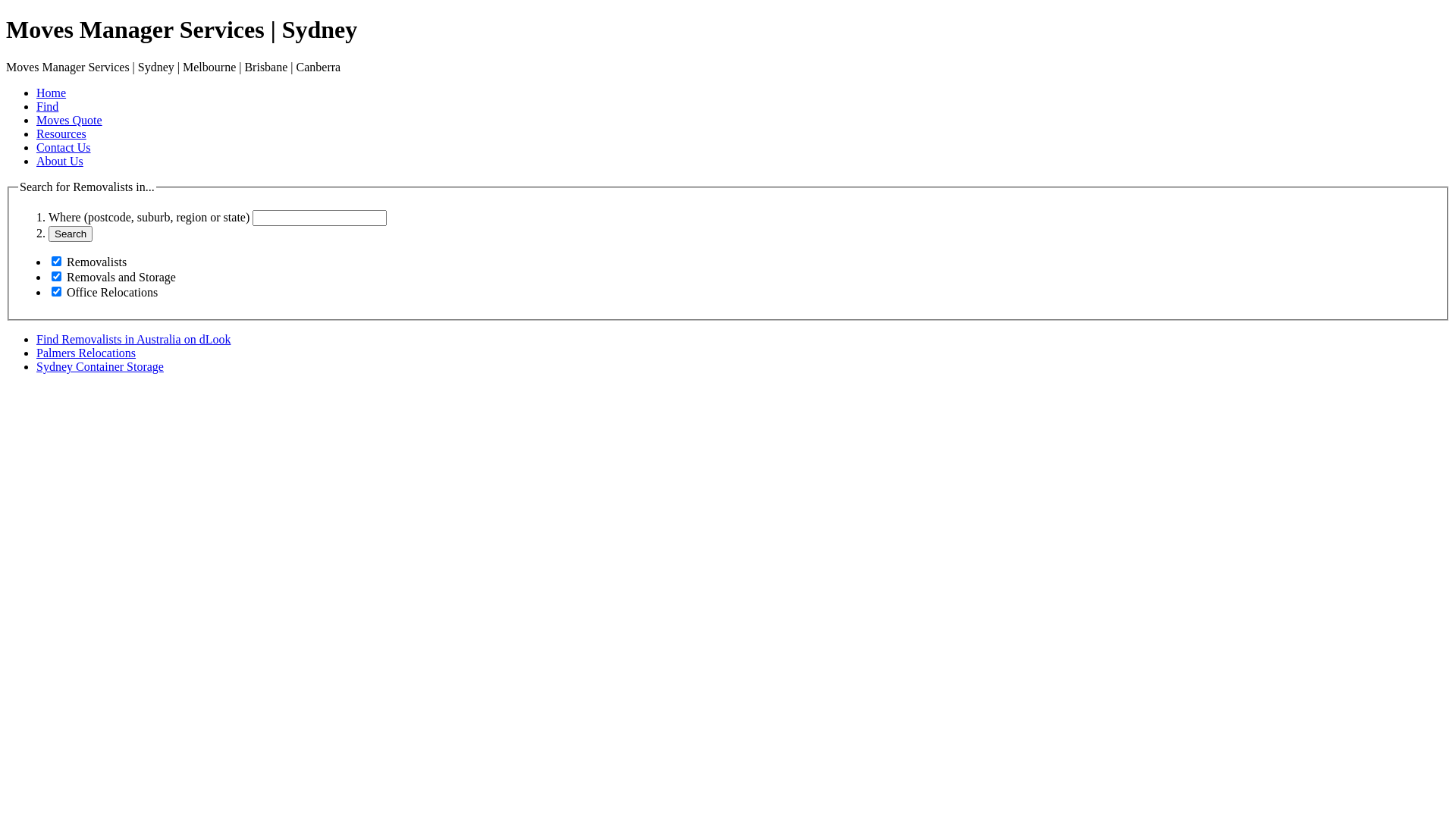  I want to click on 'Find', so click(47, 105).